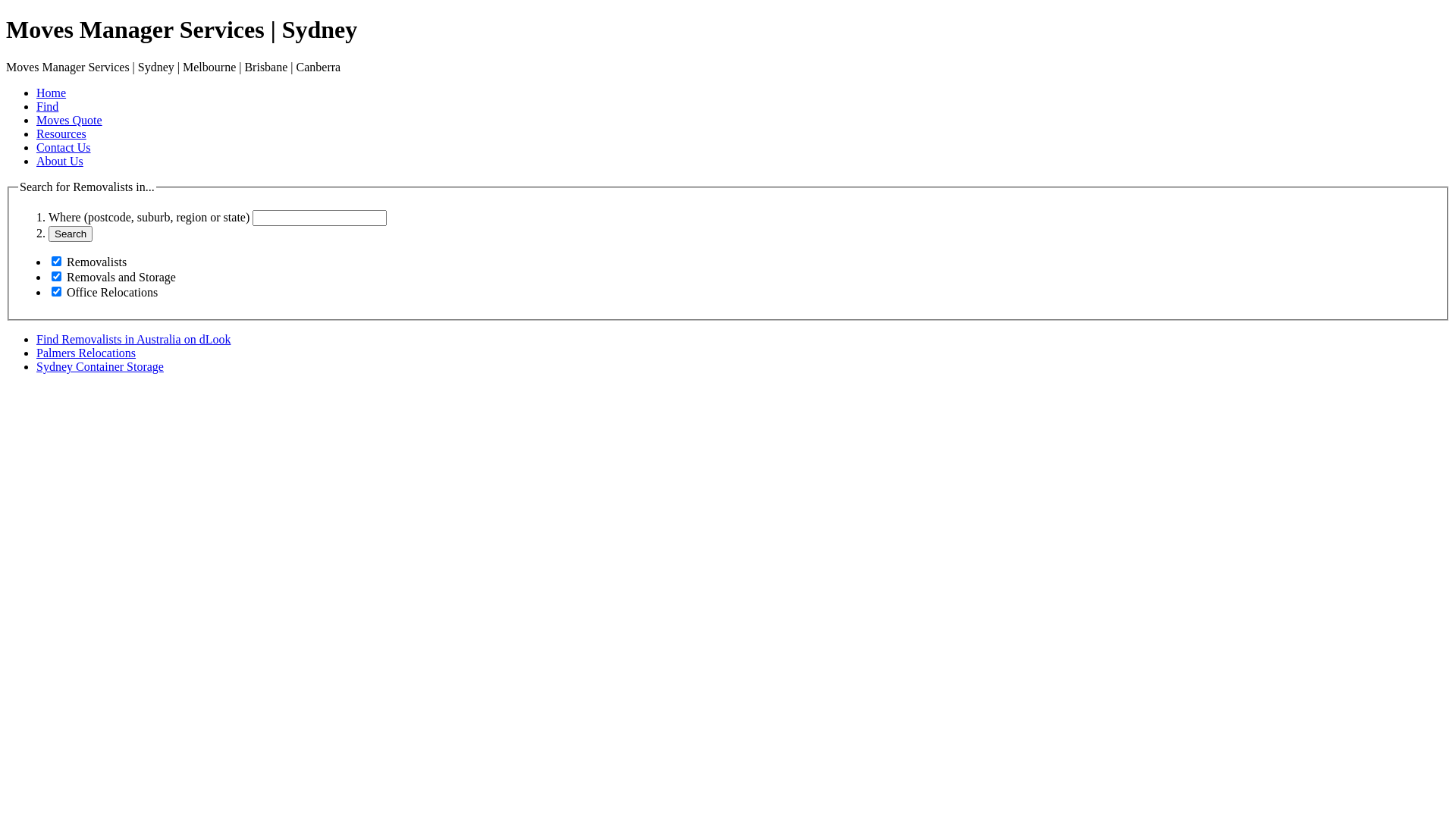  I want to click on 'Find', so click(47, 105).